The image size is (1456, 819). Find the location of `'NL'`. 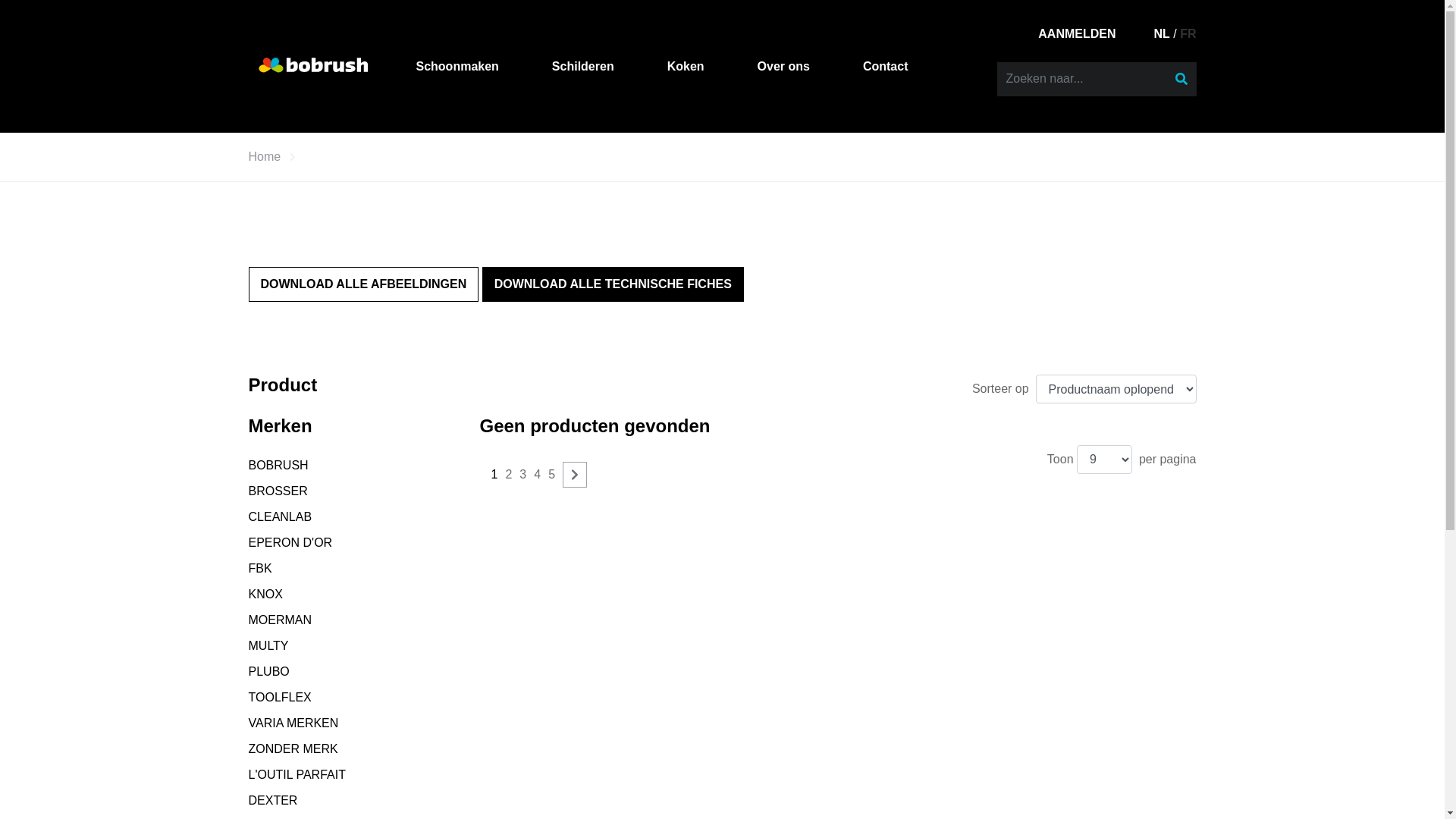

'NL' is located at coordinates (1153, 33).